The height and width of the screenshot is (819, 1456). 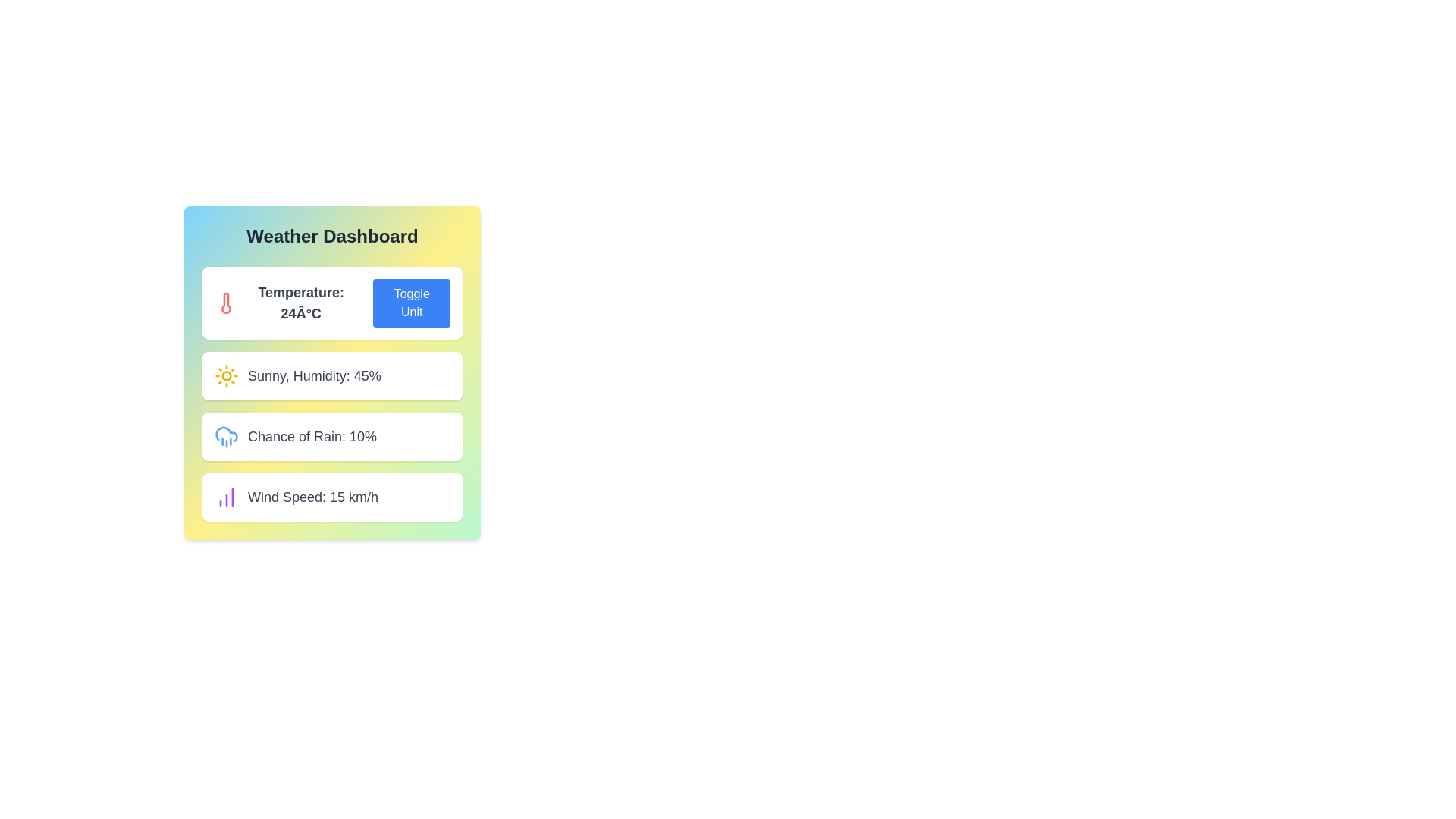 I want to click on the Information Card displaying the current temperature, which is the first item in the grid of weather data cards located at the top-most position, so click(x=331, y=303).